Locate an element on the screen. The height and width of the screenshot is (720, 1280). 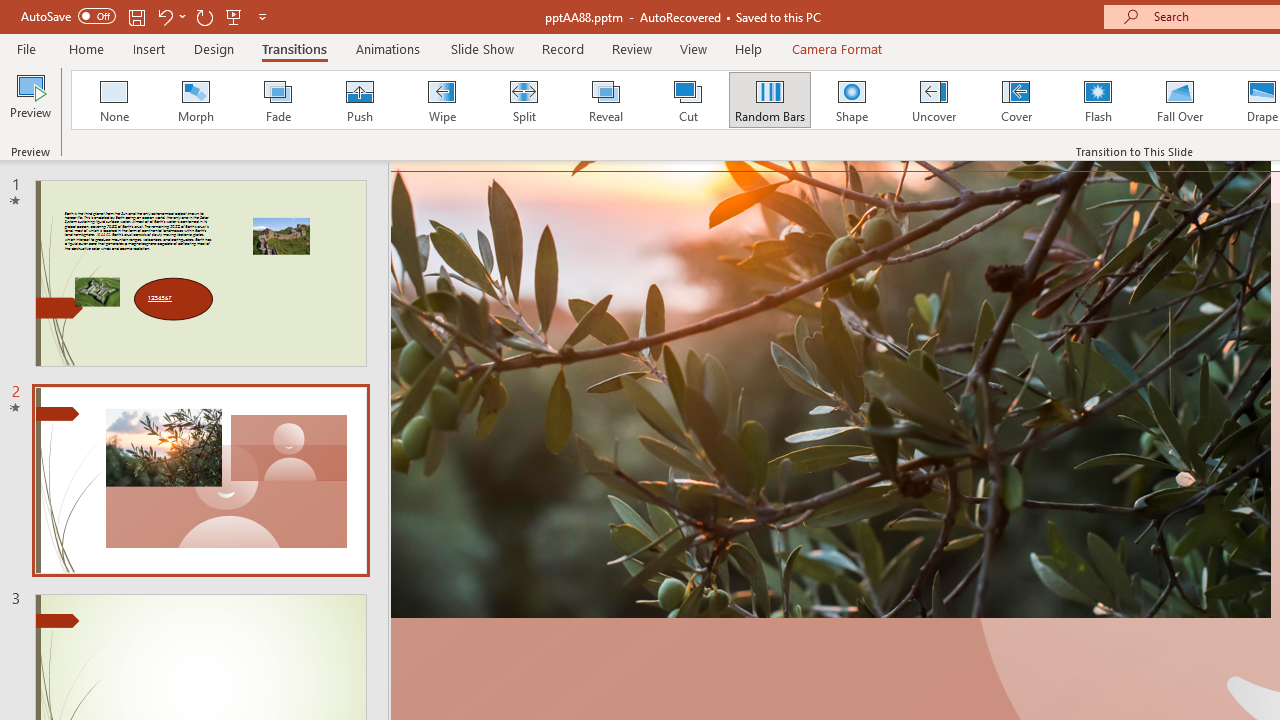
'Wipe' is located at coordinates (440, 100).